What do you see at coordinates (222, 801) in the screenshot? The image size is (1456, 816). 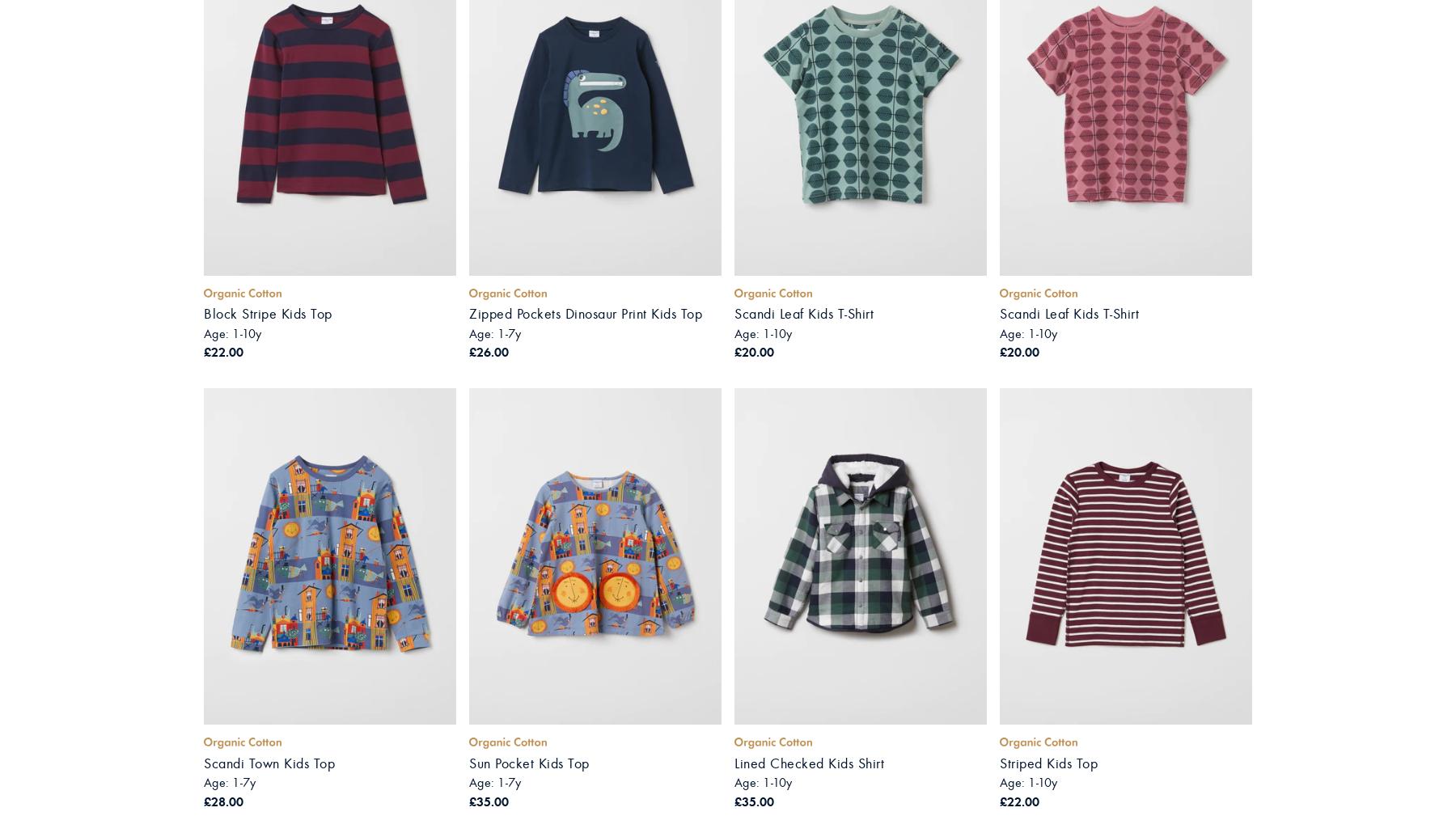 I see `'£28.00'` at bounding box center [222, 801].